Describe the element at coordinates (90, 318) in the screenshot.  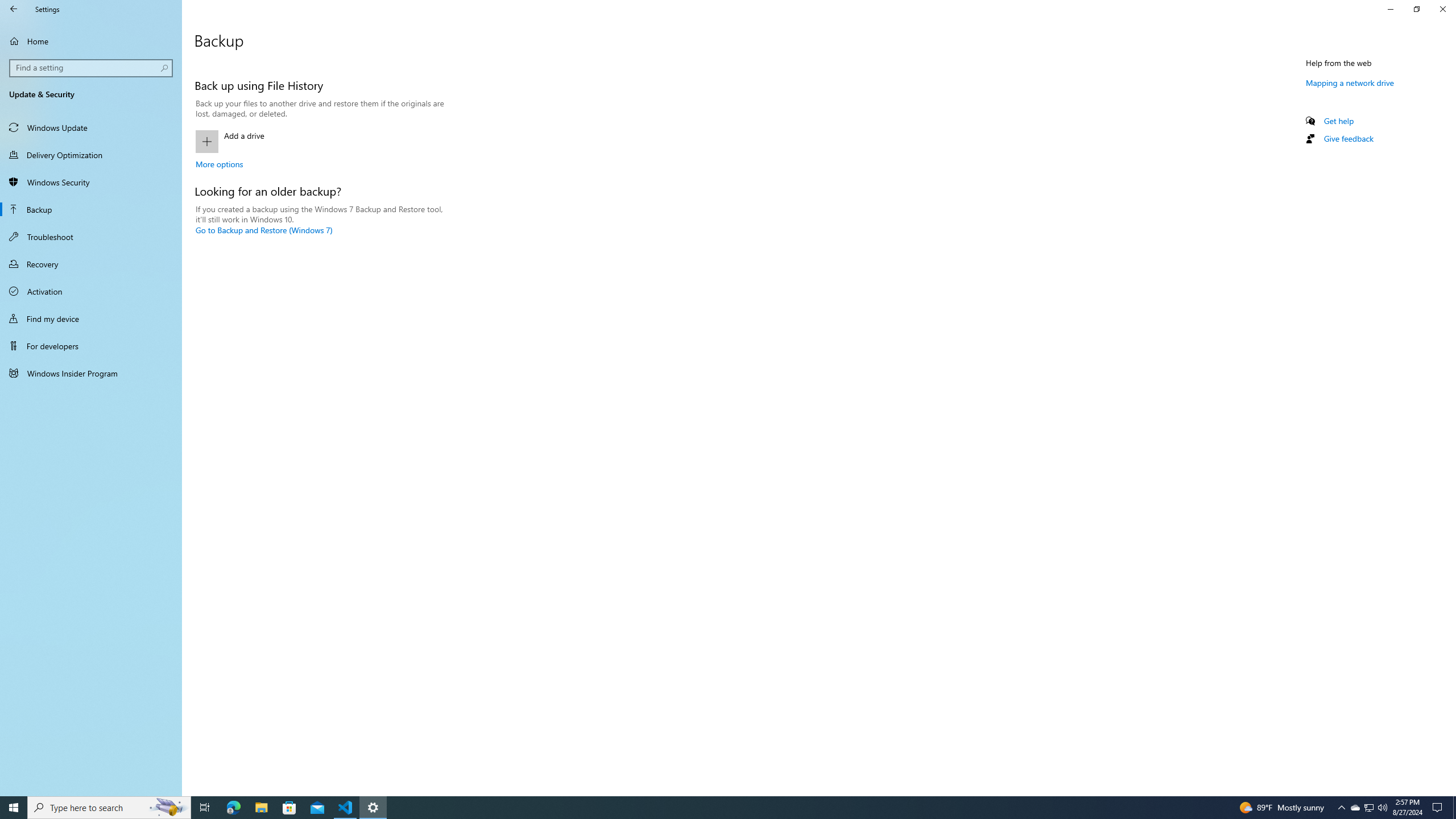
I see `'Find my device'` at that location.